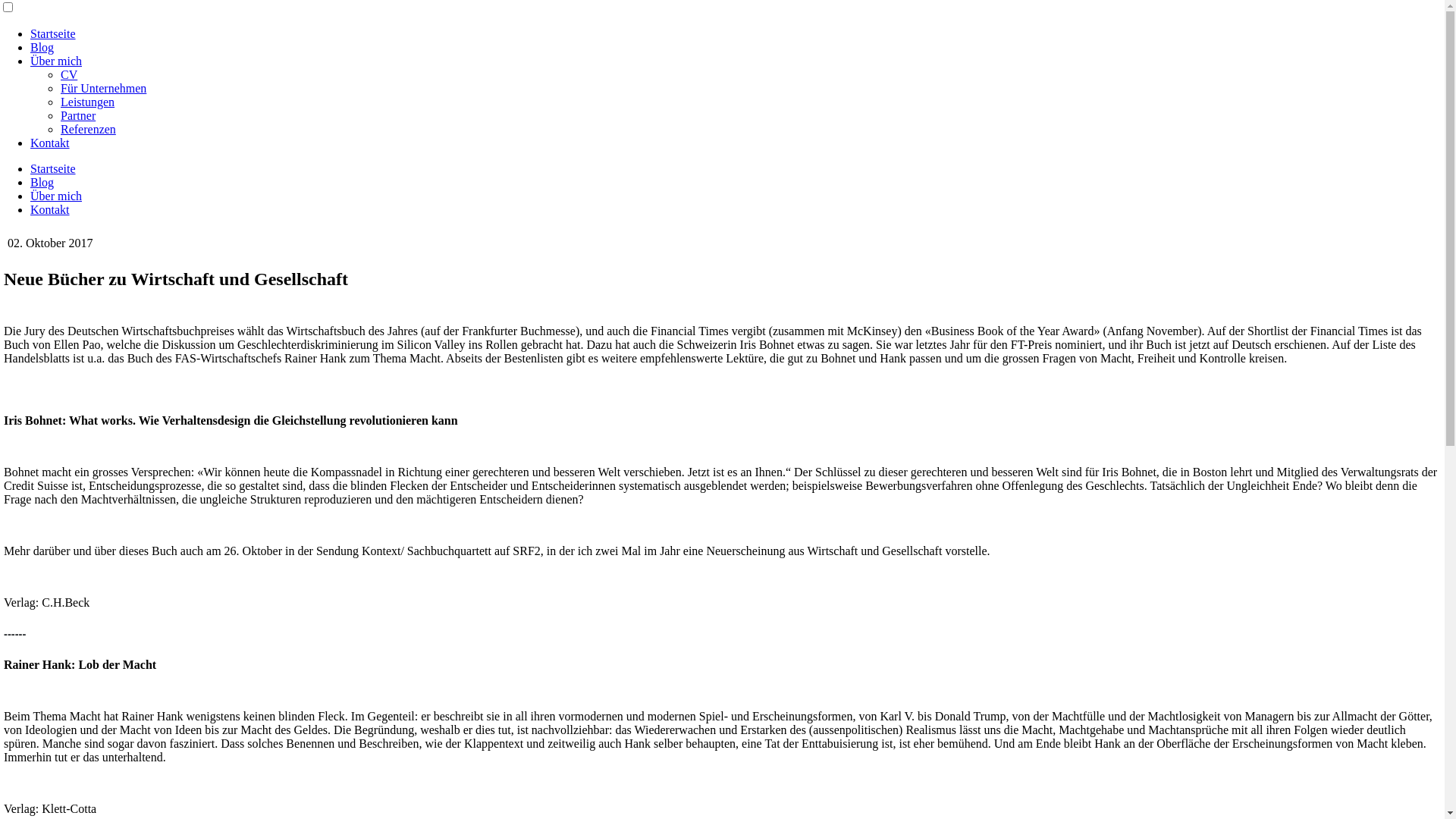  What do you see at coordinates (87, 128) in the screenshot?
I see `'Referenzen'` at bounding box center [87, 128].